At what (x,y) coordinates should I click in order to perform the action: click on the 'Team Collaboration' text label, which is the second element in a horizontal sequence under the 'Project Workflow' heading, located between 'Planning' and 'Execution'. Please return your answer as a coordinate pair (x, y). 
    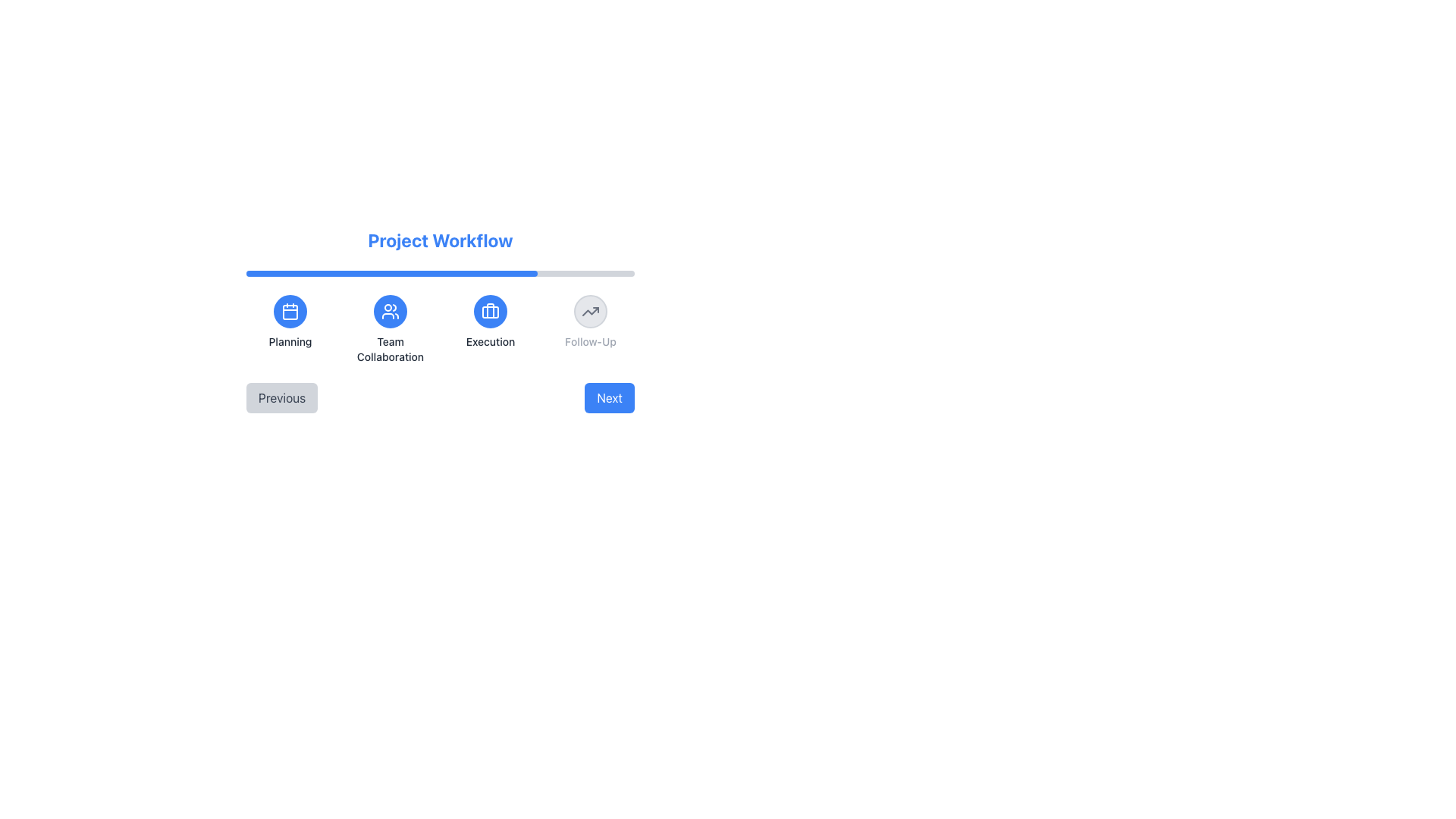
    Looking at the image, I should click on (390, 350).